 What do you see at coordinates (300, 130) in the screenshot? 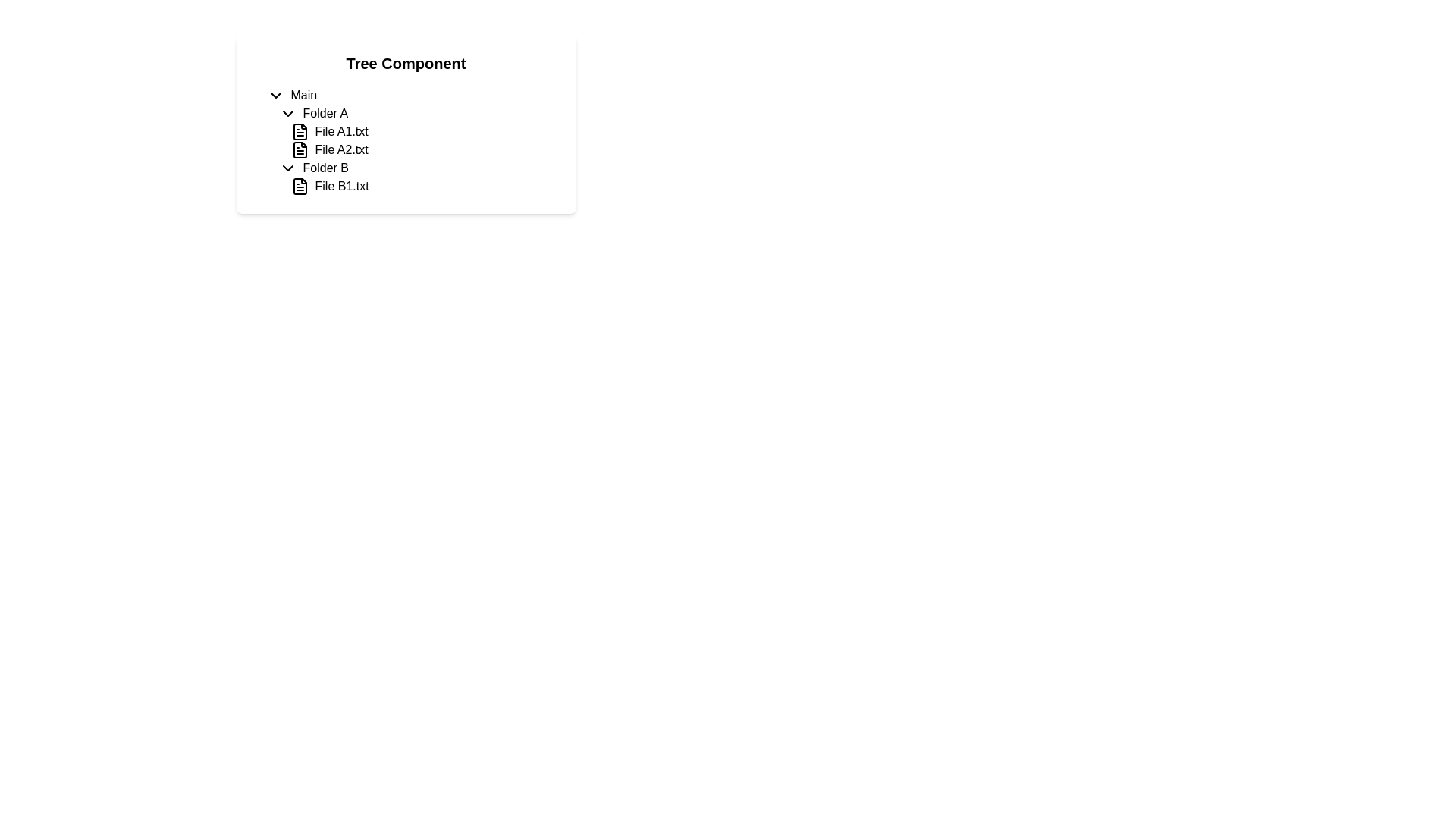
I see `the file icon for 'File A1.txt' in the tree view component, which is the first icon in the 'Folder A' section` at bounding box center [300, 130].